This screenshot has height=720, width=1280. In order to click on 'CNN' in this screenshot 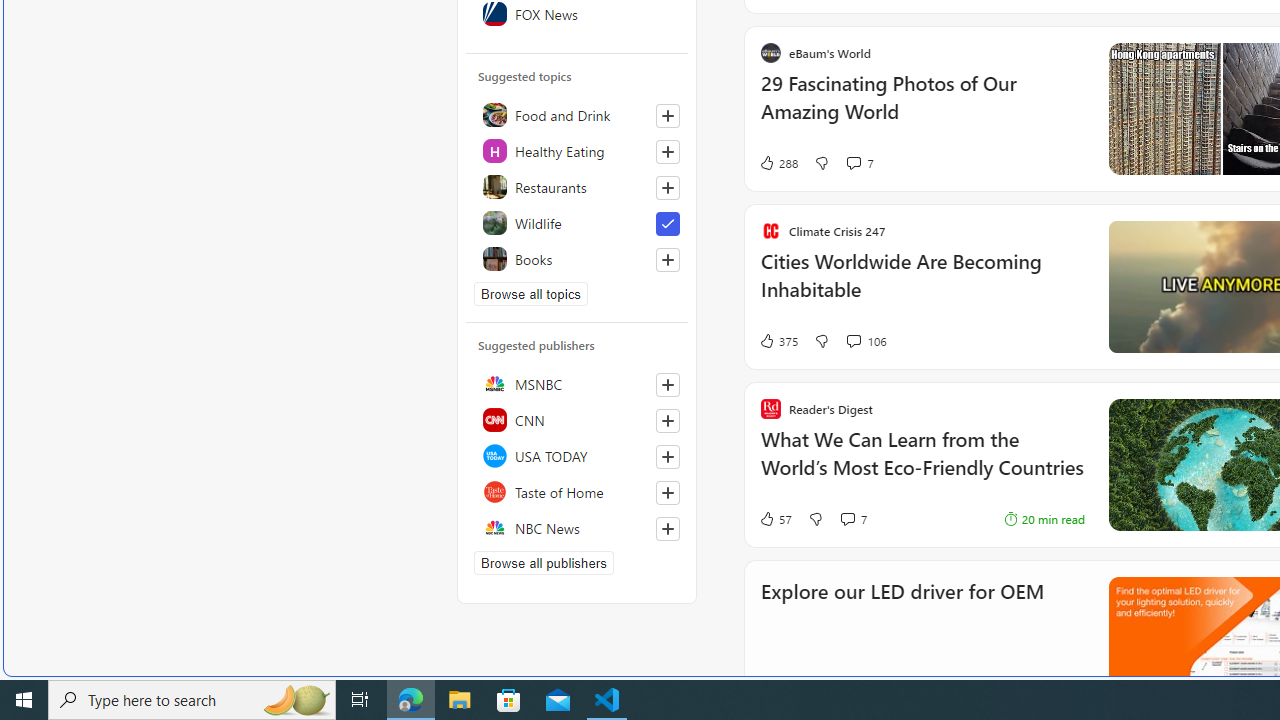, I will do `click(576, 419)`.